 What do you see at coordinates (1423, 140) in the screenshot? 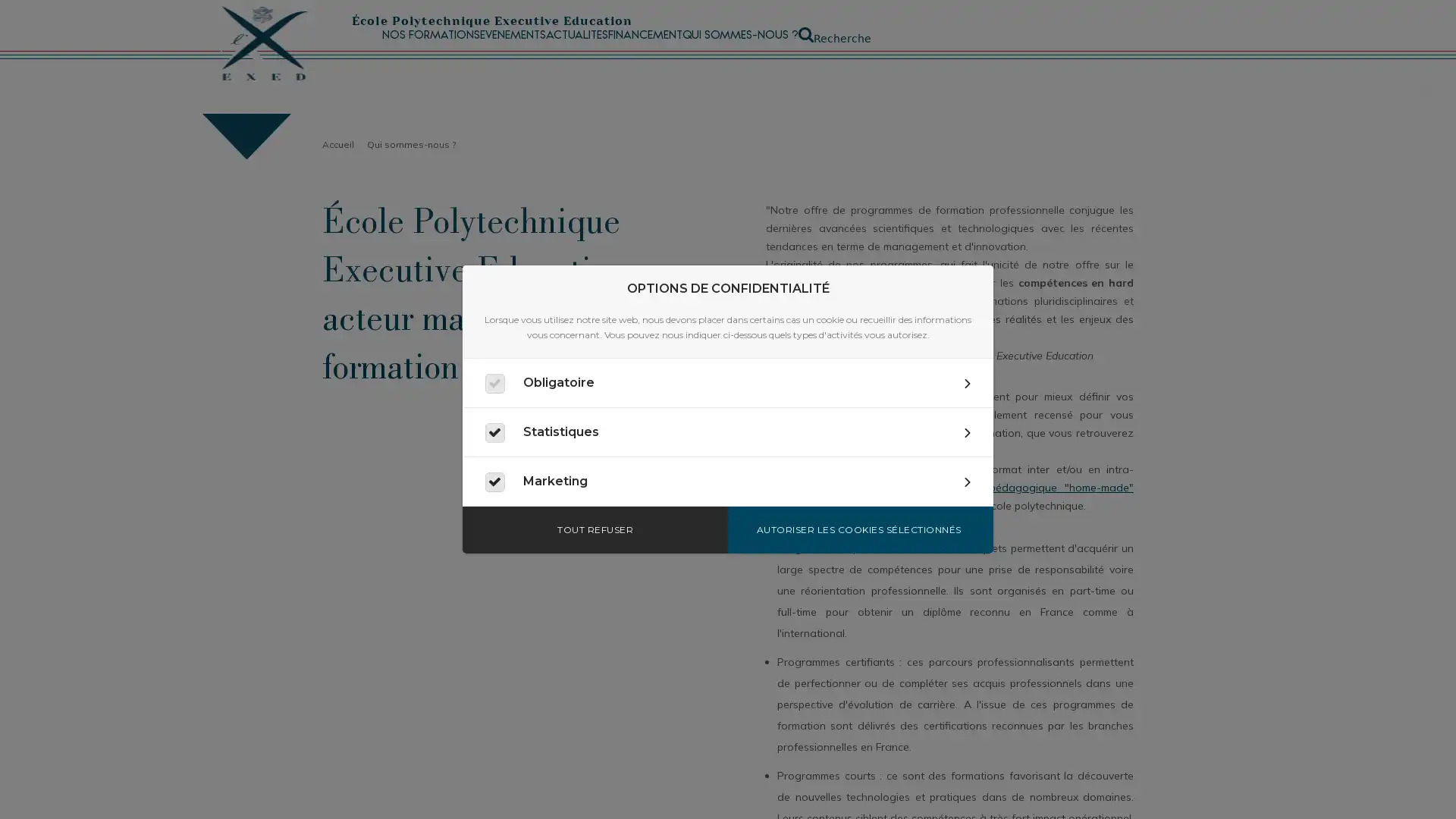
I see `Fermer la recherche` at bounding box center [1423, 140].